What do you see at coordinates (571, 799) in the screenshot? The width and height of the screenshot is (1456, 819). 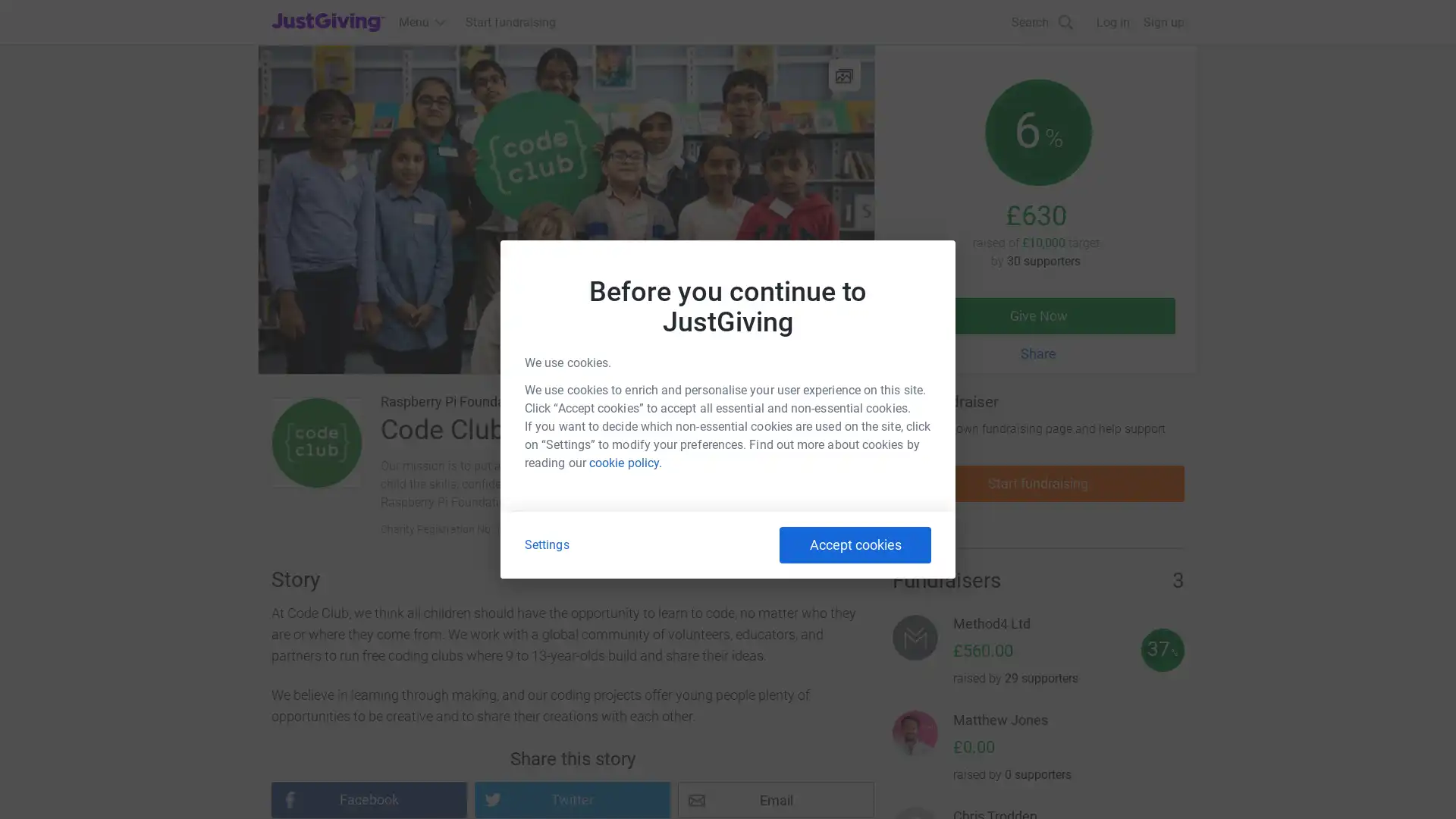 I see `Share on Twitter` at bounding box center [571, 799].